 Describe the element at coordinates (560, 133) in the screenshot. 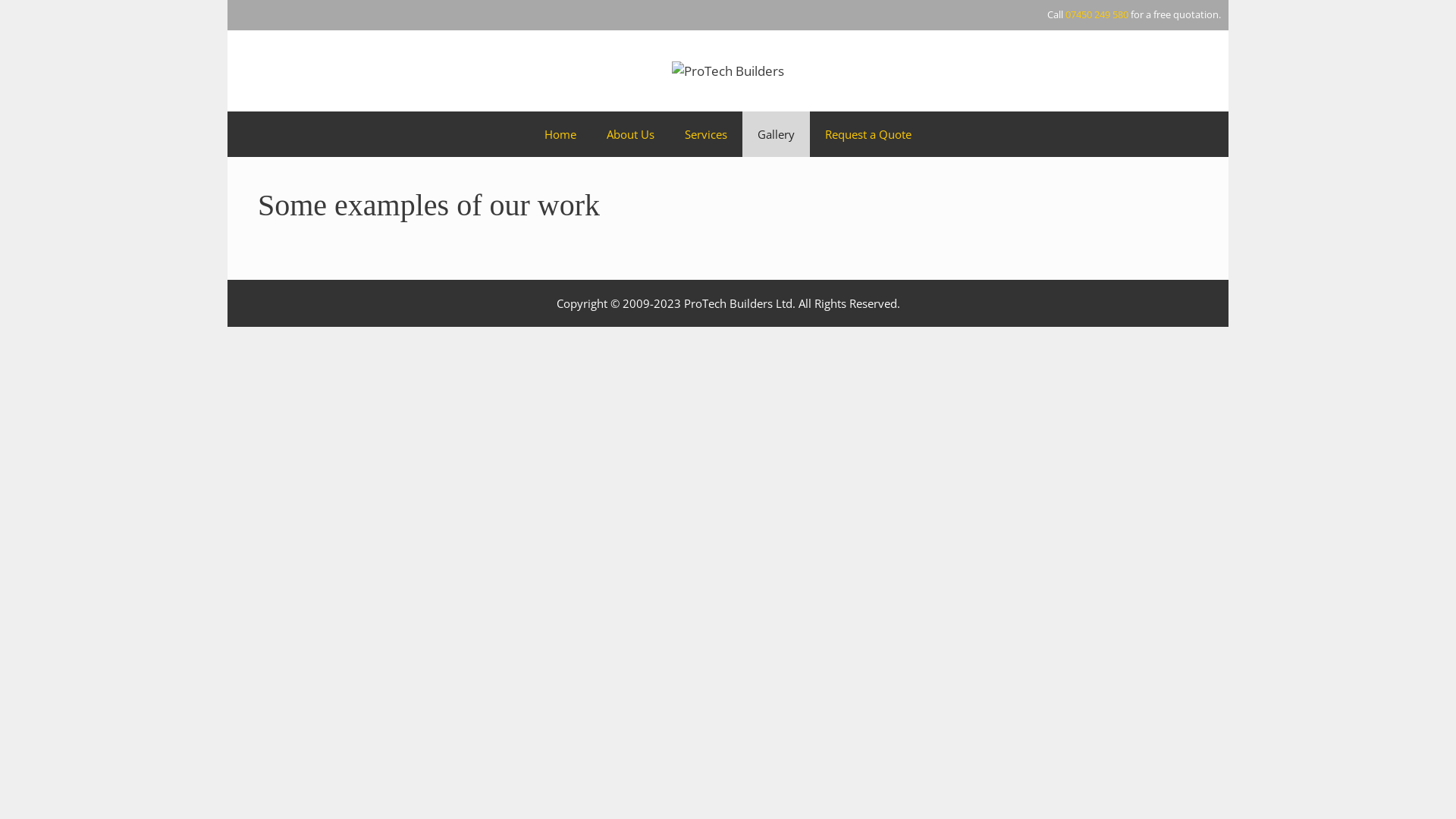

I see `'Home'` at that location.